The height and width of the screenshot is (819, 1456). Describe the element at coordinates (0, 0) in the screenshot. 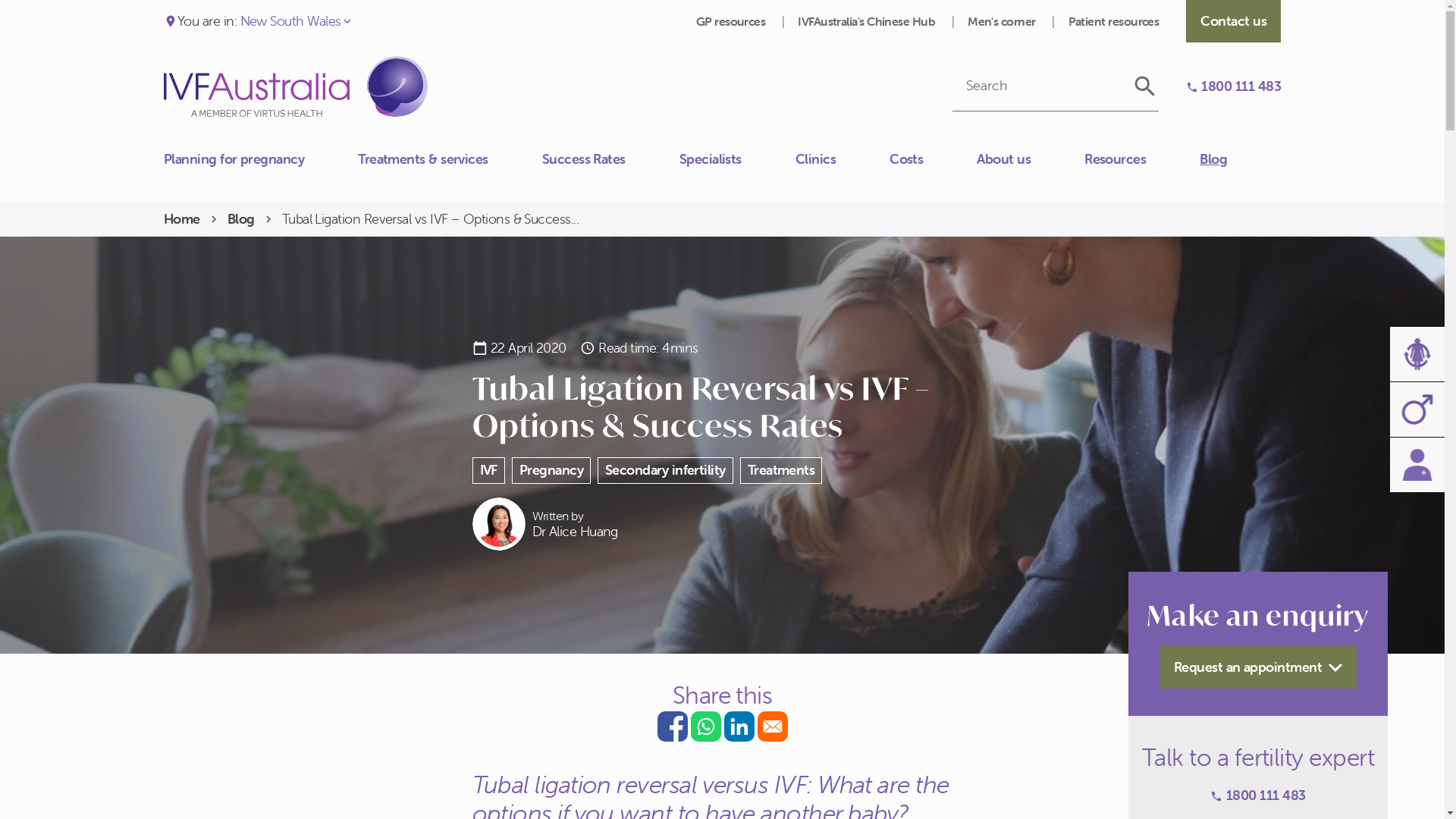

I see `'Skip to main content'` at that location.